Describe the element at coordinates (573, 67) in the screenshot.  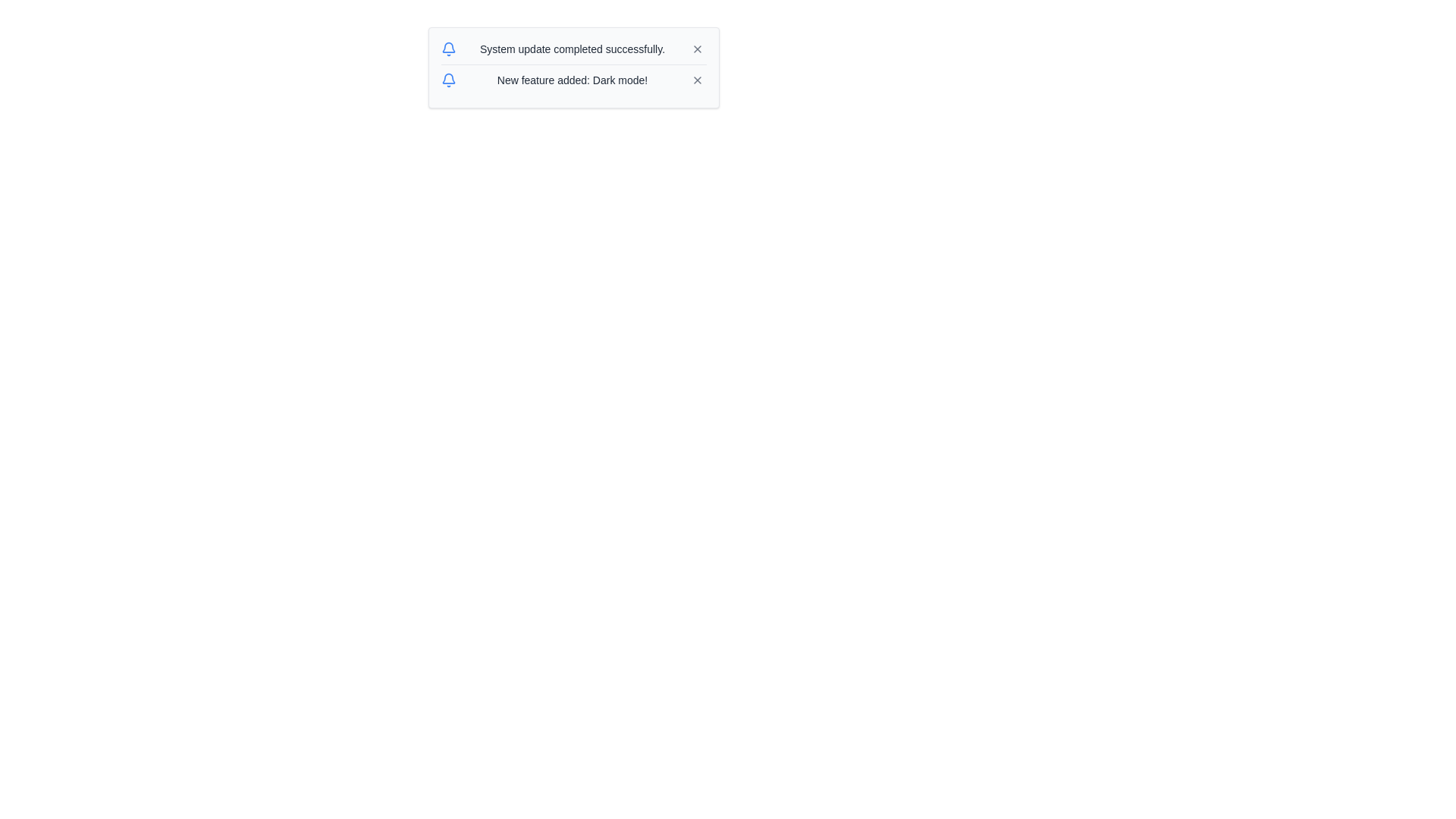
I see `the update by reading the second notification text that reads 'New feature added: Dark mode!'` at that location.